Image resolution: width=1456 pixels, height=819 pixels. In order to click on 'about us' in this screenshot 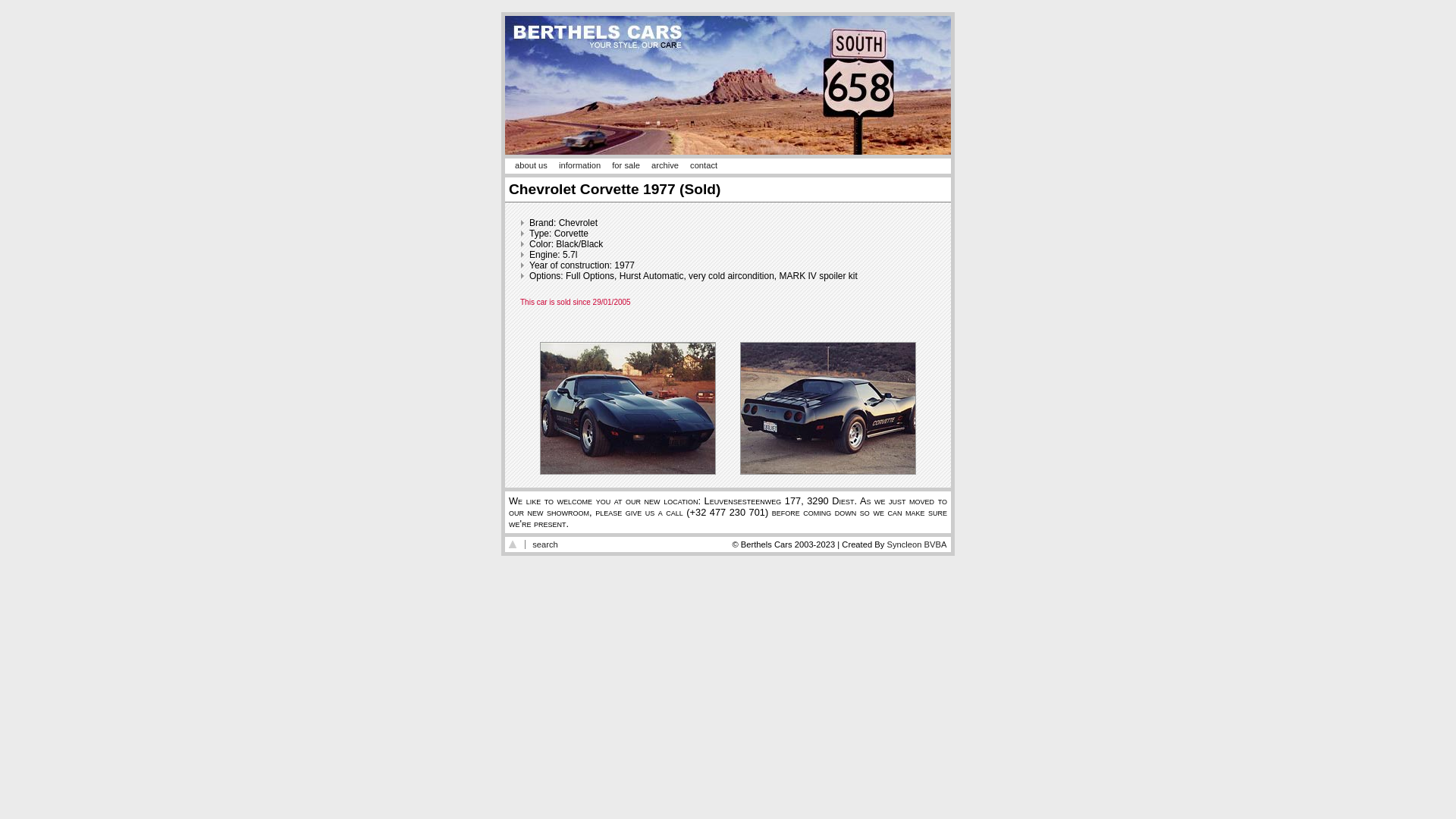, I will do `click(531, 165)`.